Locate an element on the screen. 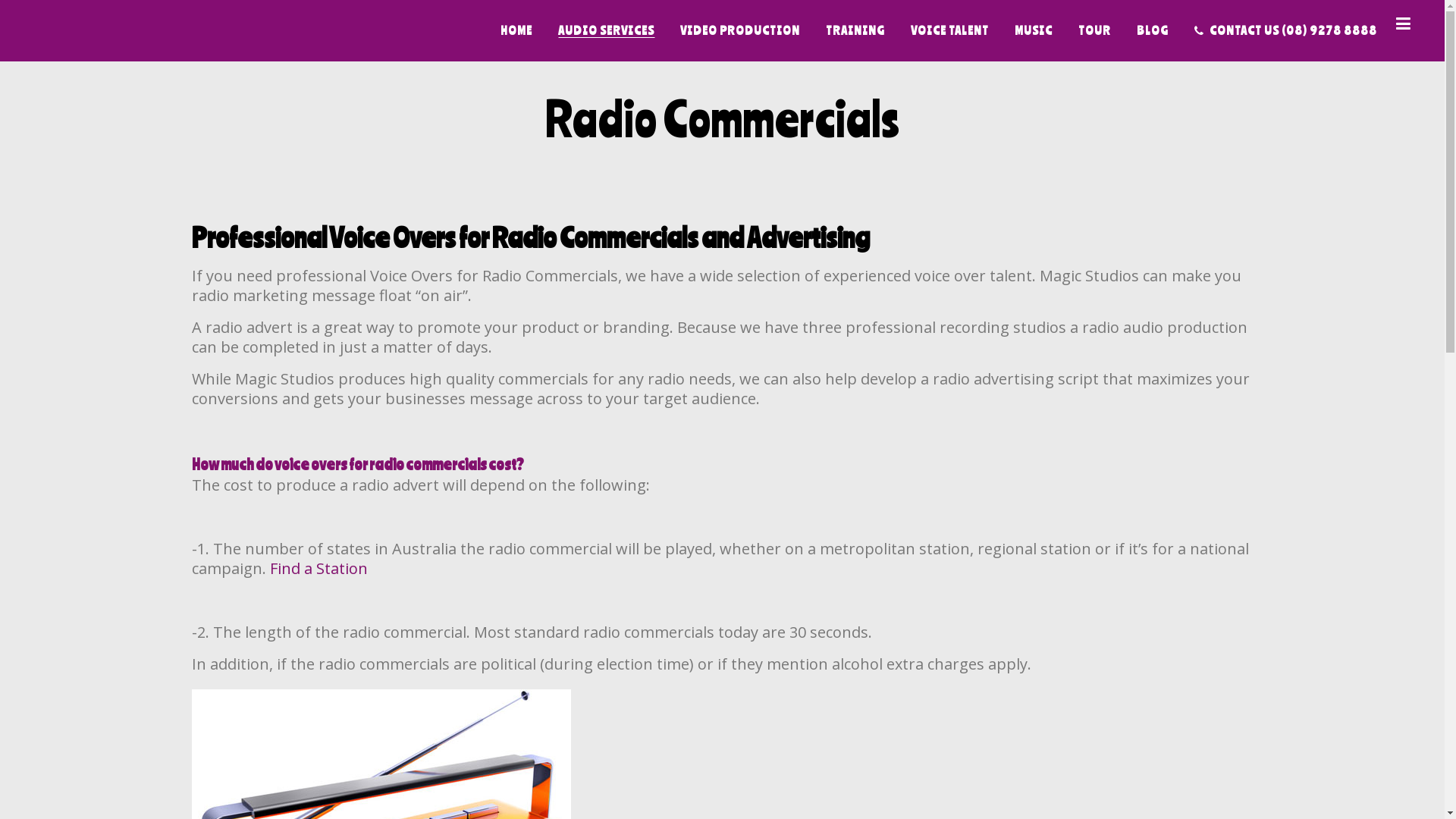  'TRAINING' is located at coordinates (855, 30).